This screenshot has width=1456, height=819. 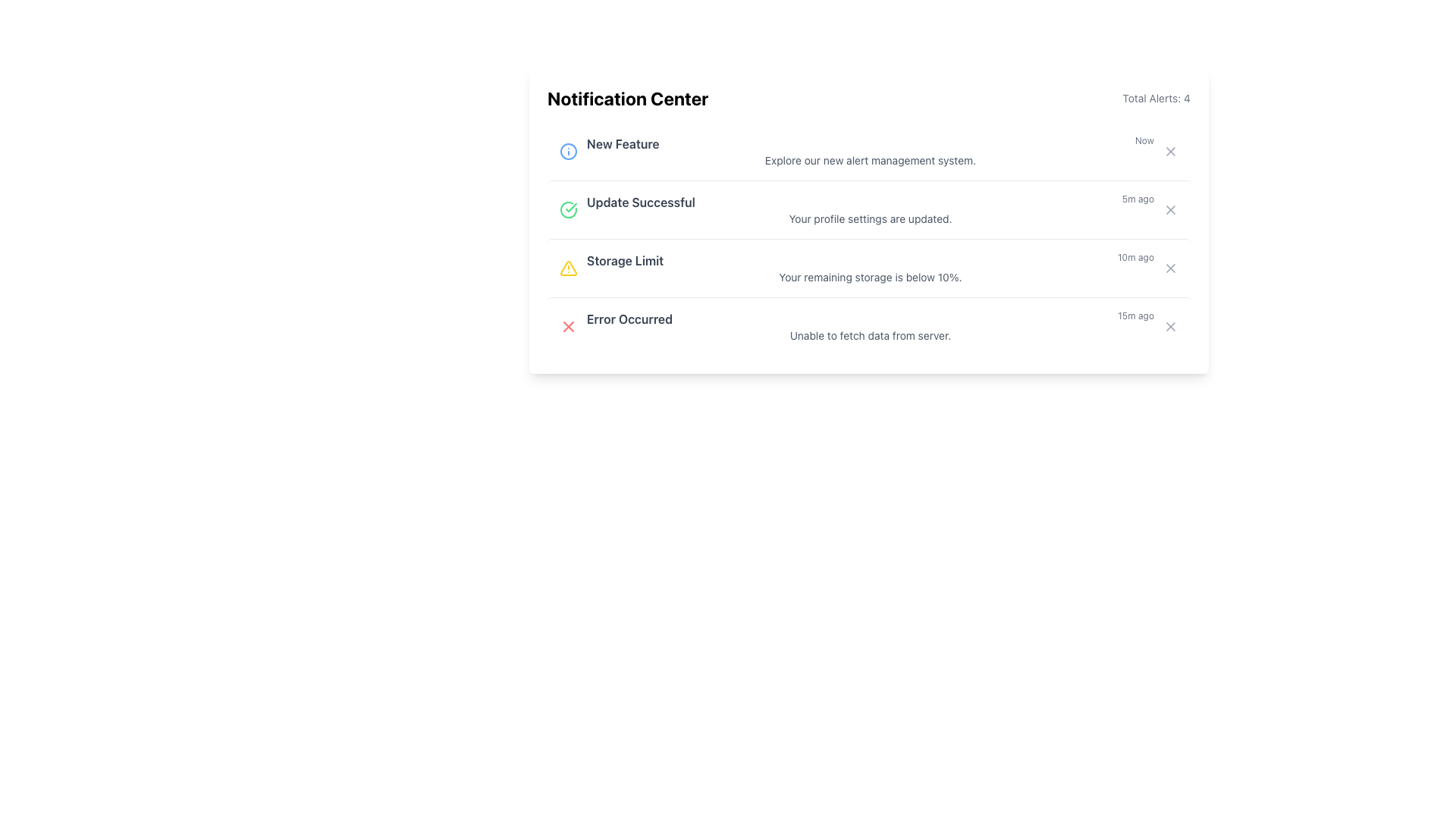 I want to click on the notification message titled 'Update Successful', which includes the timestamp '5m ago' and the message 'Your profile settings are updated.' This notification is the second in the list within the 'Notification Center', so click(x=870, y=210).